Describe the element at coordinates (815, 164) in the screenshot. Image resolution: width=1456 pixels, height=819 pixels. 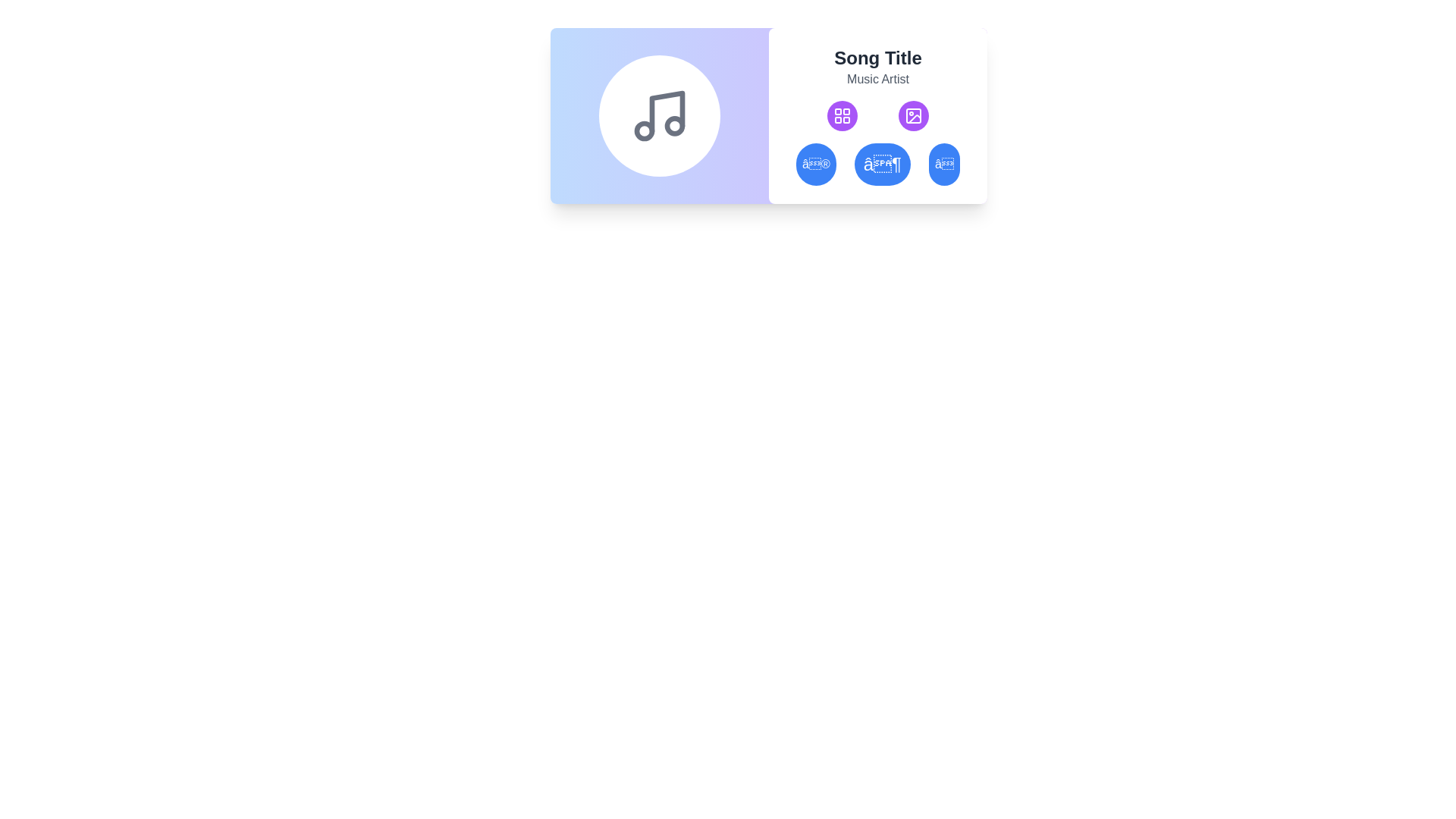
I see `the circular blue button with white text, which is the first button among three similar buttons in a horizontal layout` at that location.